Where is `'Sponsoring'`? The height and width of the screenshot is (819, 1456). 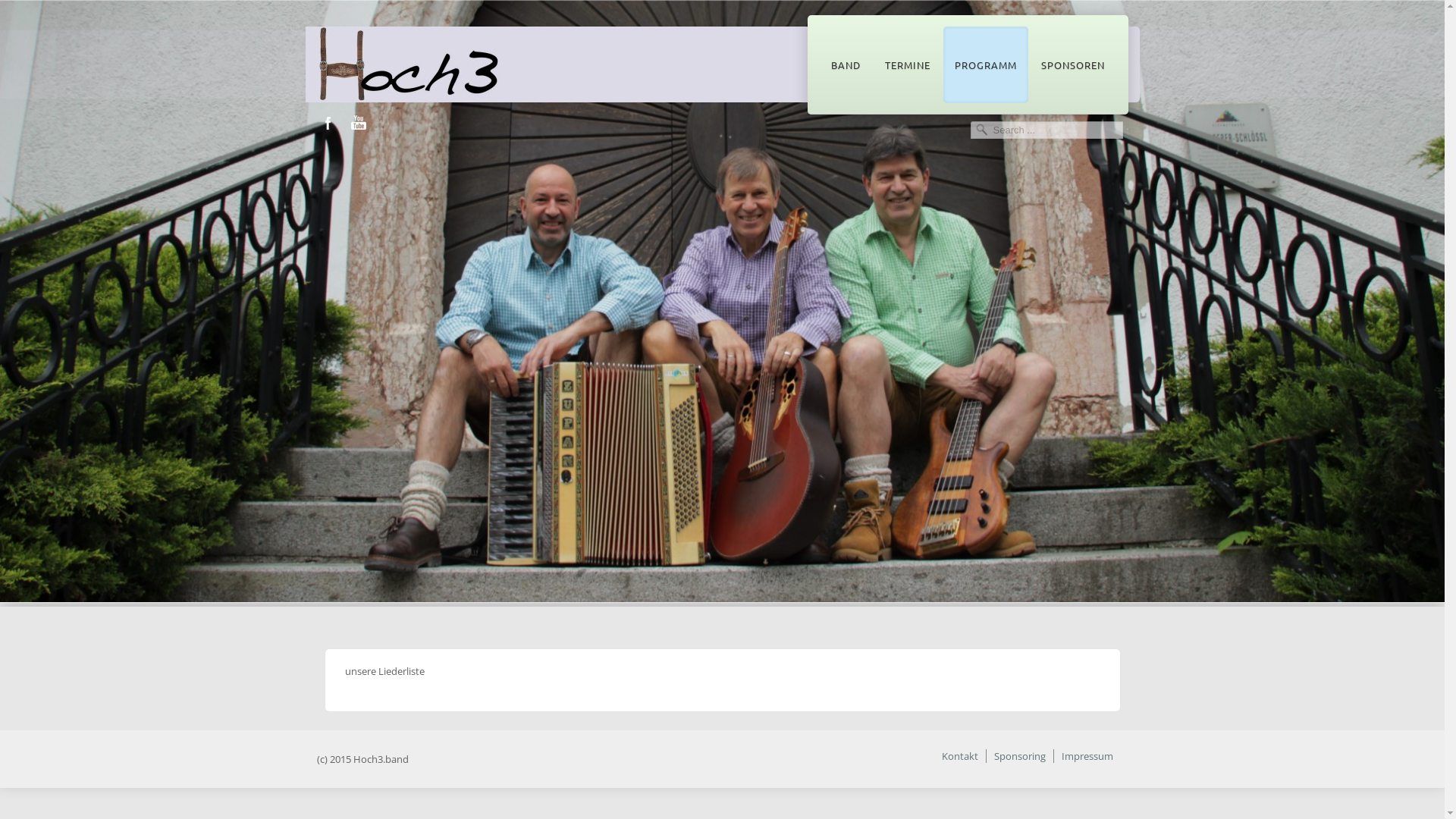 'Sponsoring' is located at coordinates (1019, 755).